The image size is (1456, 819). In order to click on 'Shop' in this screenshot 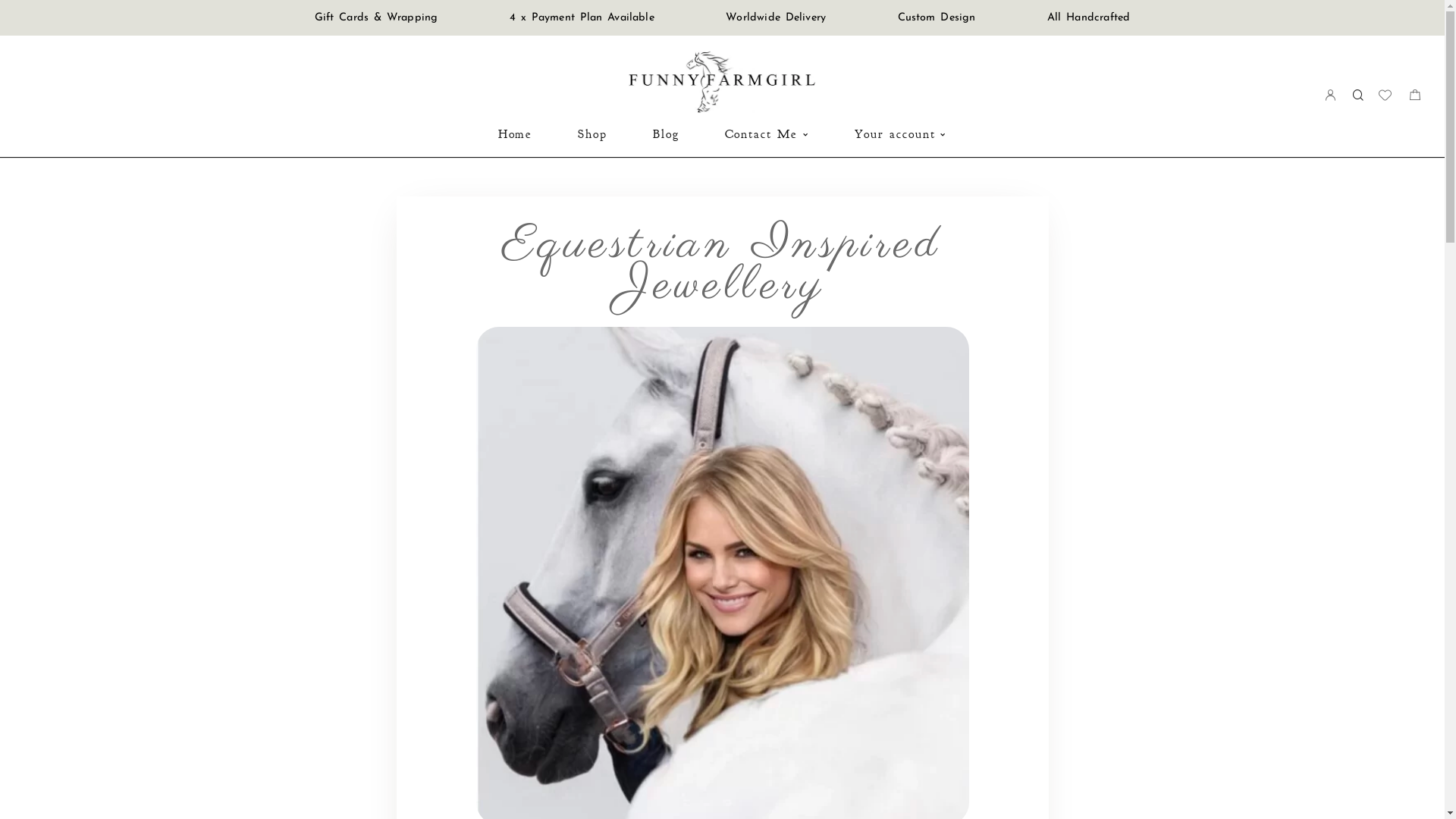, I will do `click(591, 133)`.